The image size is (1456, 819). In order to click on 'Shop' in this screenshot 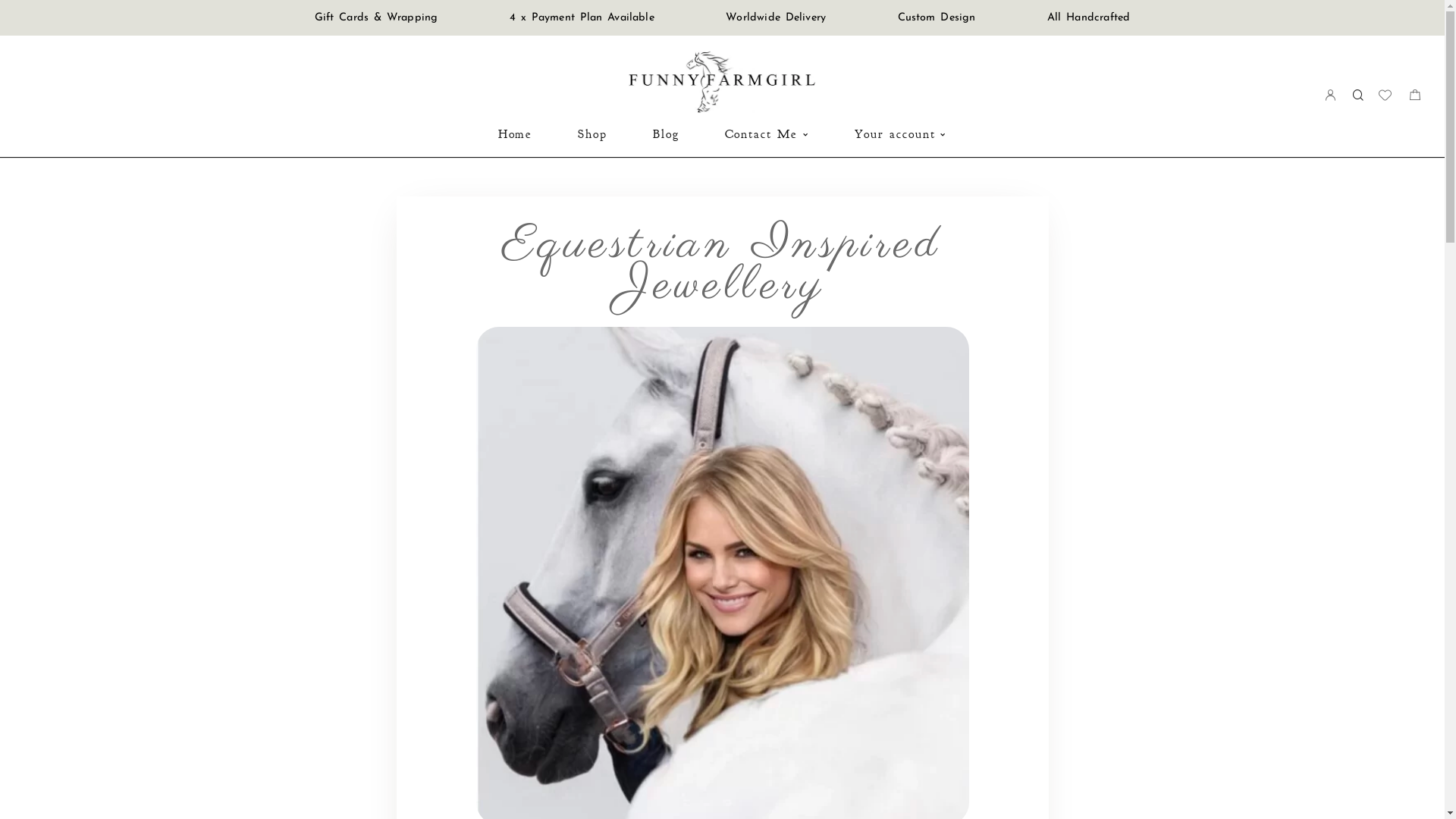, I will do `click(591, 133)`.